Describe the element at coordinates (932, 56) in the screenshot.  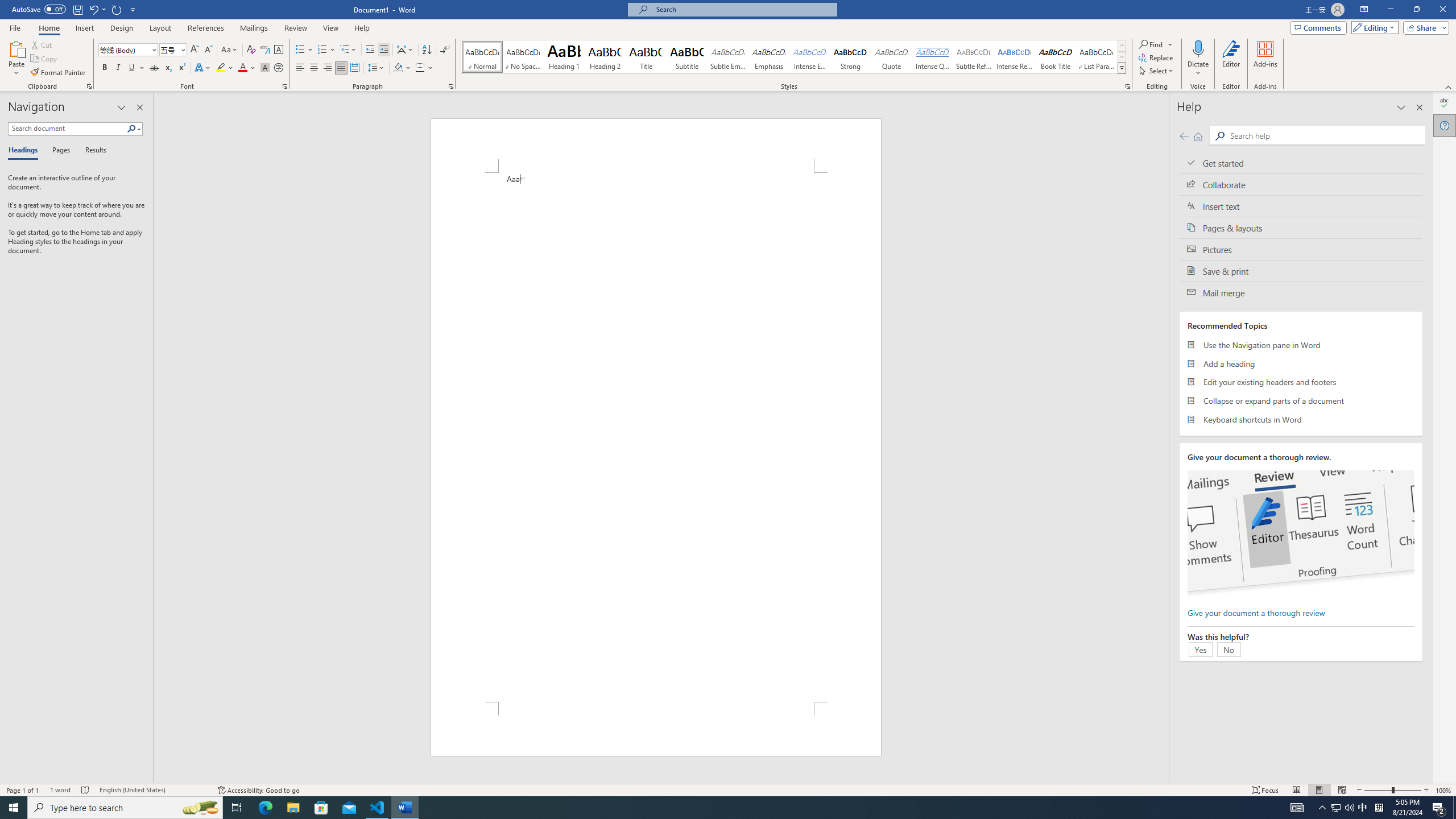
I see `'Intense Quote'` at that location.